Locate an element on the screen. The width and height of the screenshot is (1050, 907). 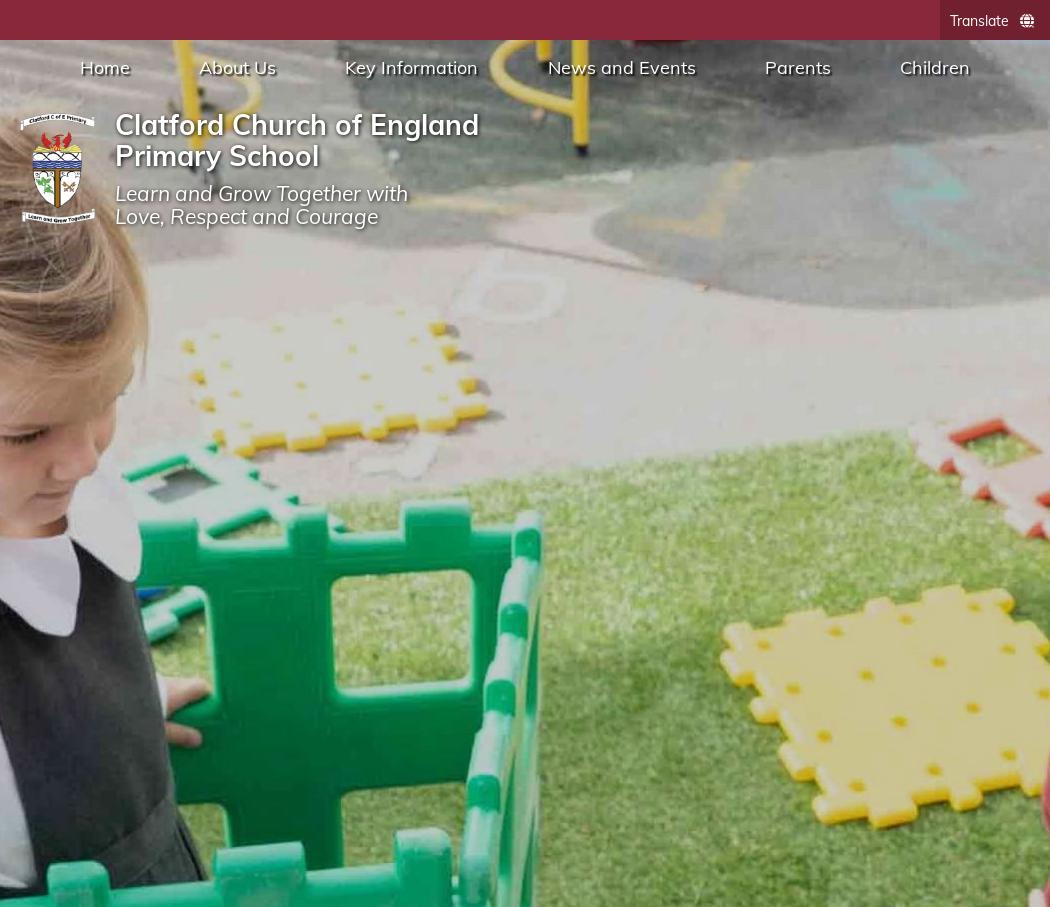
'Clatford Church of England' is located at coordinates (113, 123).